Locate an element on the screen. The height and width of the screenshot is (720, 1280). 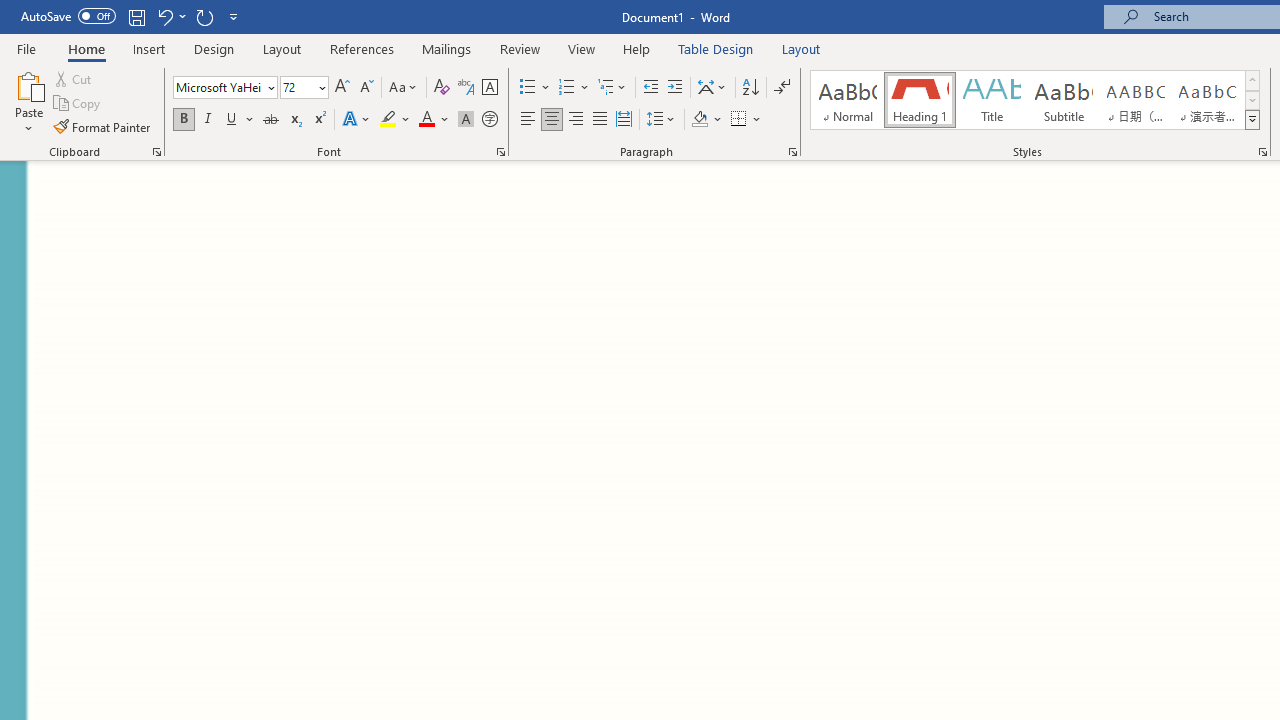
'AutomationID: QuickStylesGallery' is located at coordinates (1036, 100).